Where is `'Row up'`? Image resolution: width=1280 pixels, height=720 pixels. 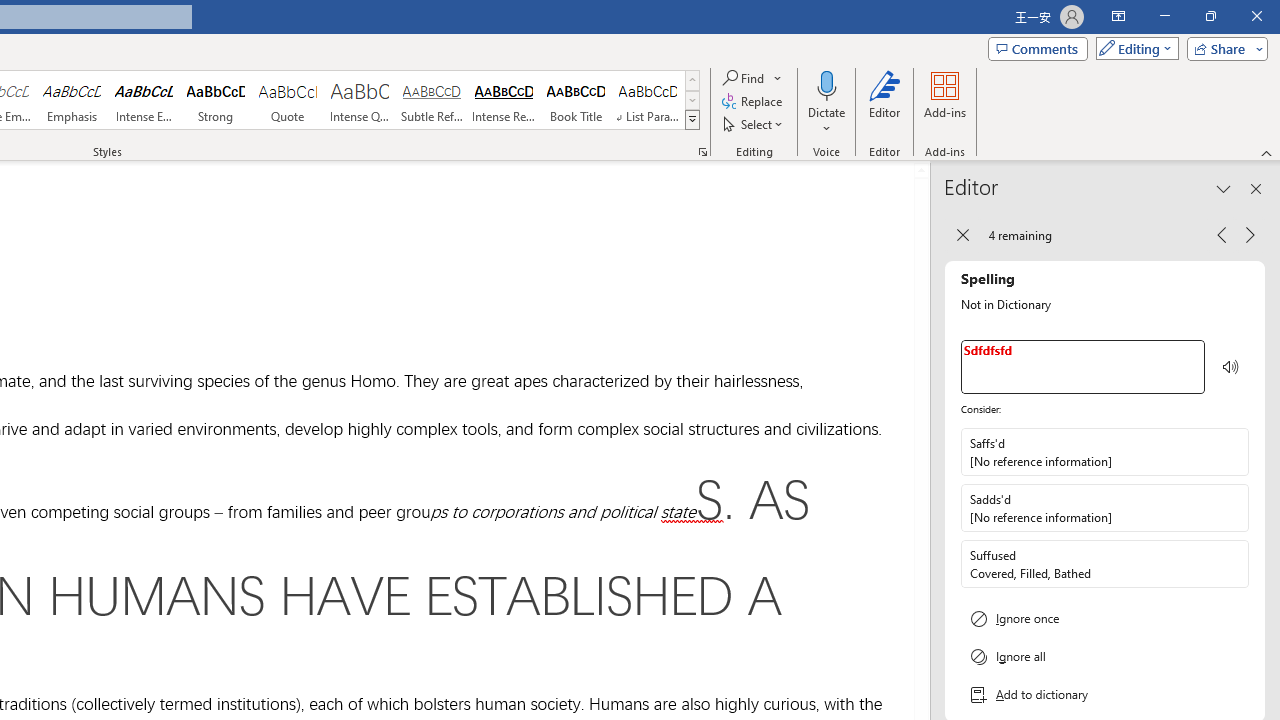 'Row up' is located at coordinates (692, 79).